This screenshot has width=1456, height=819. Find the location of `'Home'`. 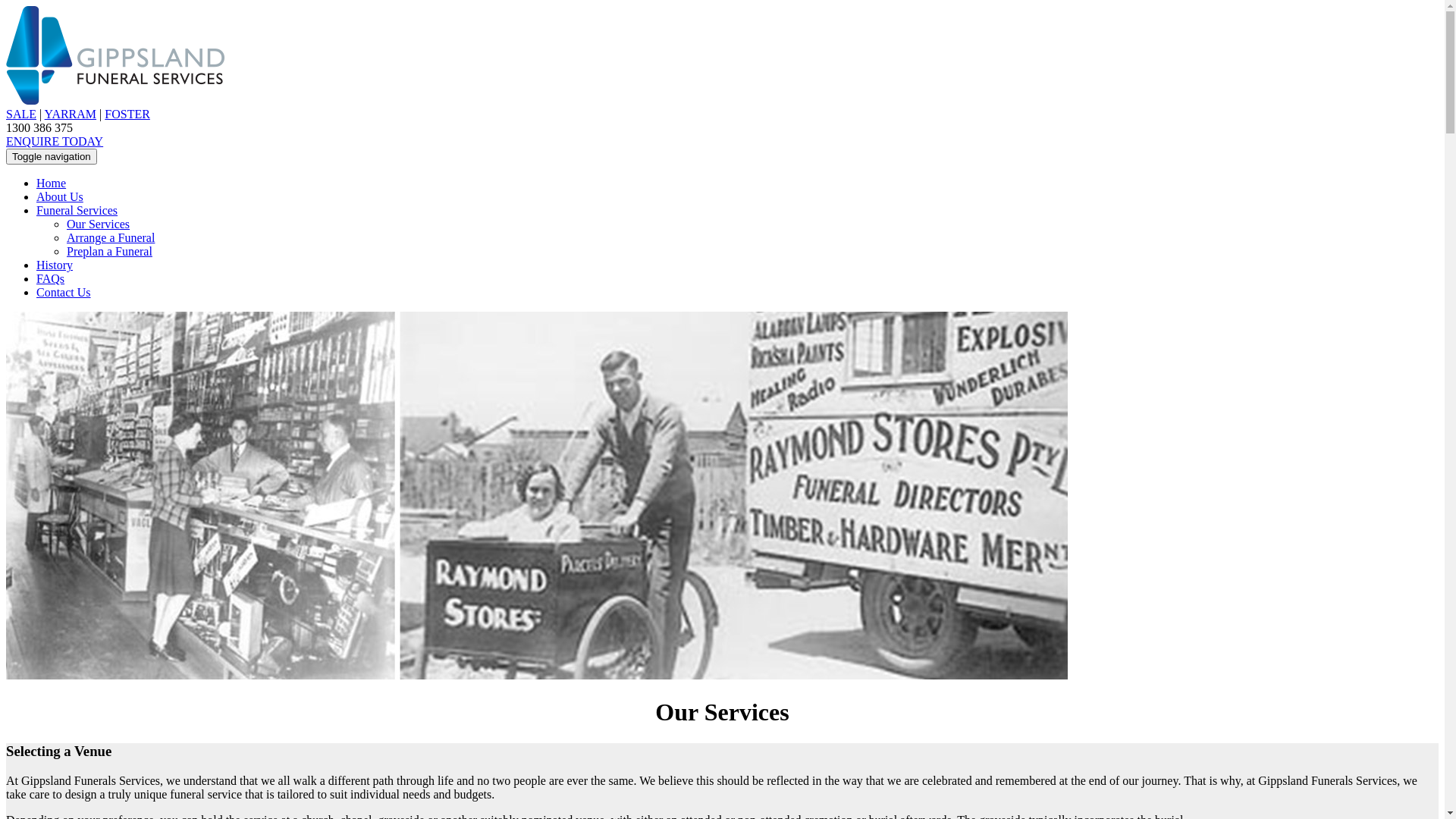

'Home' is located at coordinates (51, 182).